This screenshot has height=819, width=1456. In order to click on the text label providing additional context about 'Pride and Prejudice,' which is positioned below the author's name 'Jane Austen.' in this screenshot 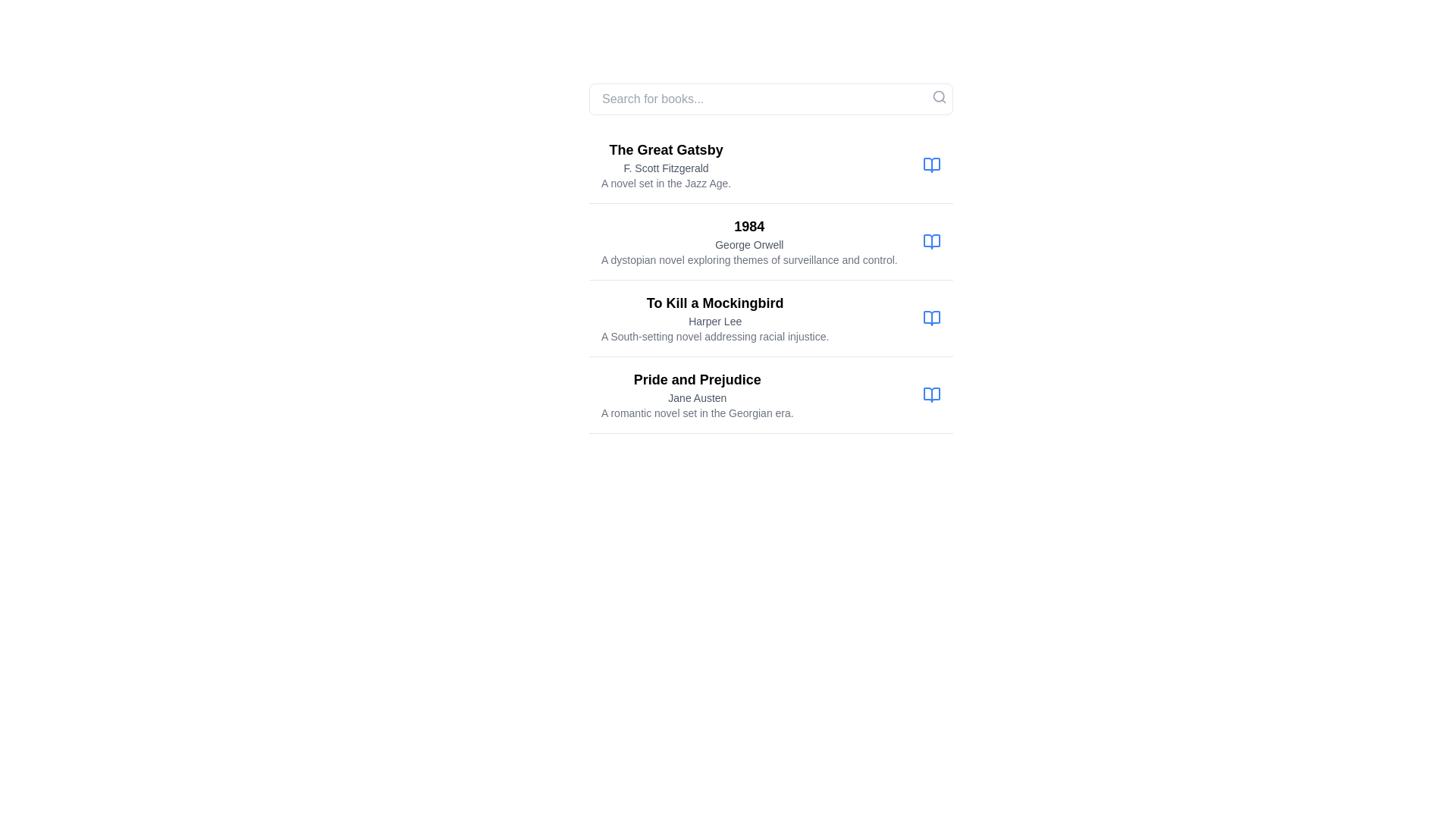, I will do `click(696, 413)`.